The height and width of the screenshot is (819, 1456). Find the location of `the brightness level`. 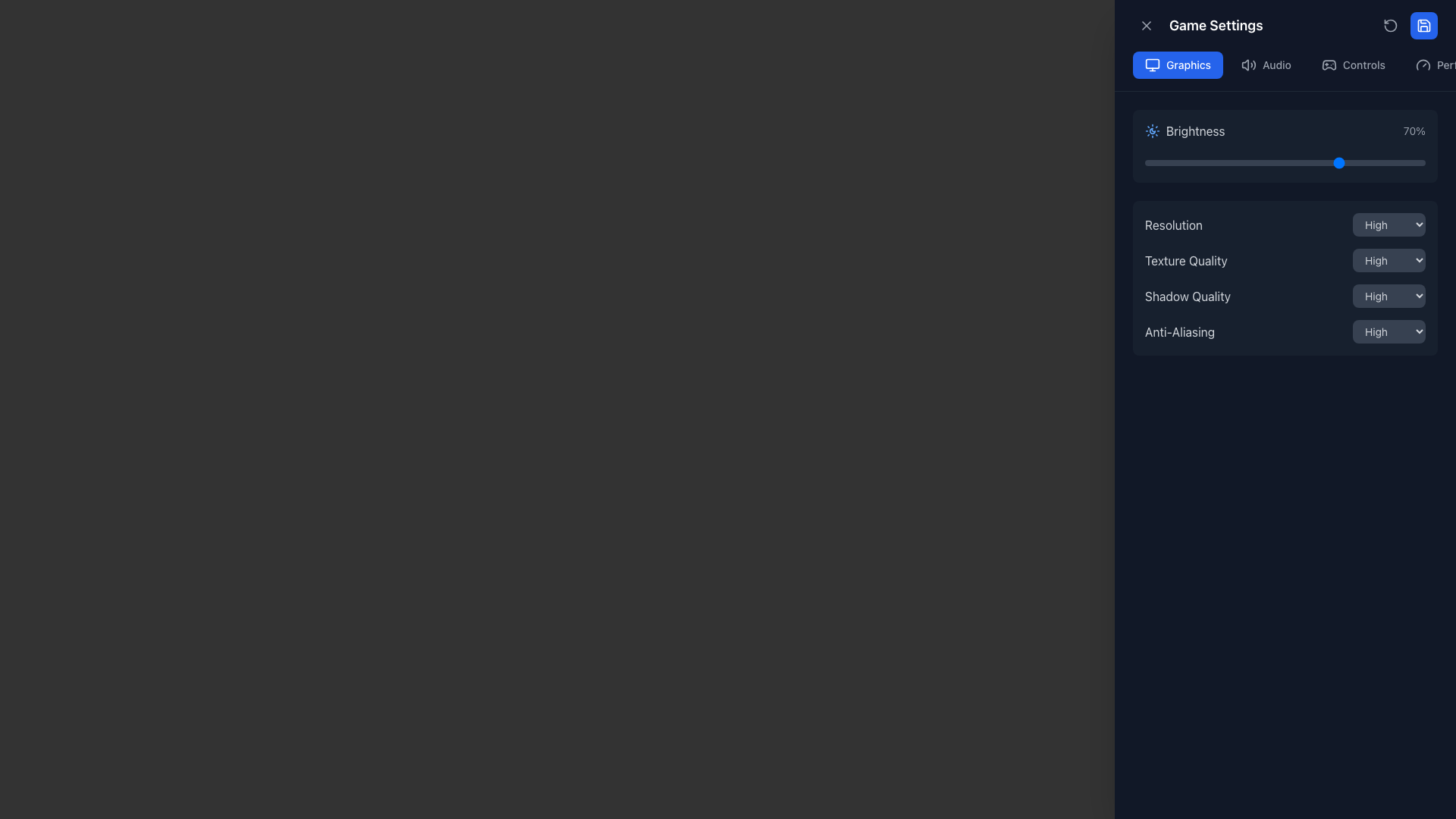

the brightness level is located at coordinates (1422, 163).